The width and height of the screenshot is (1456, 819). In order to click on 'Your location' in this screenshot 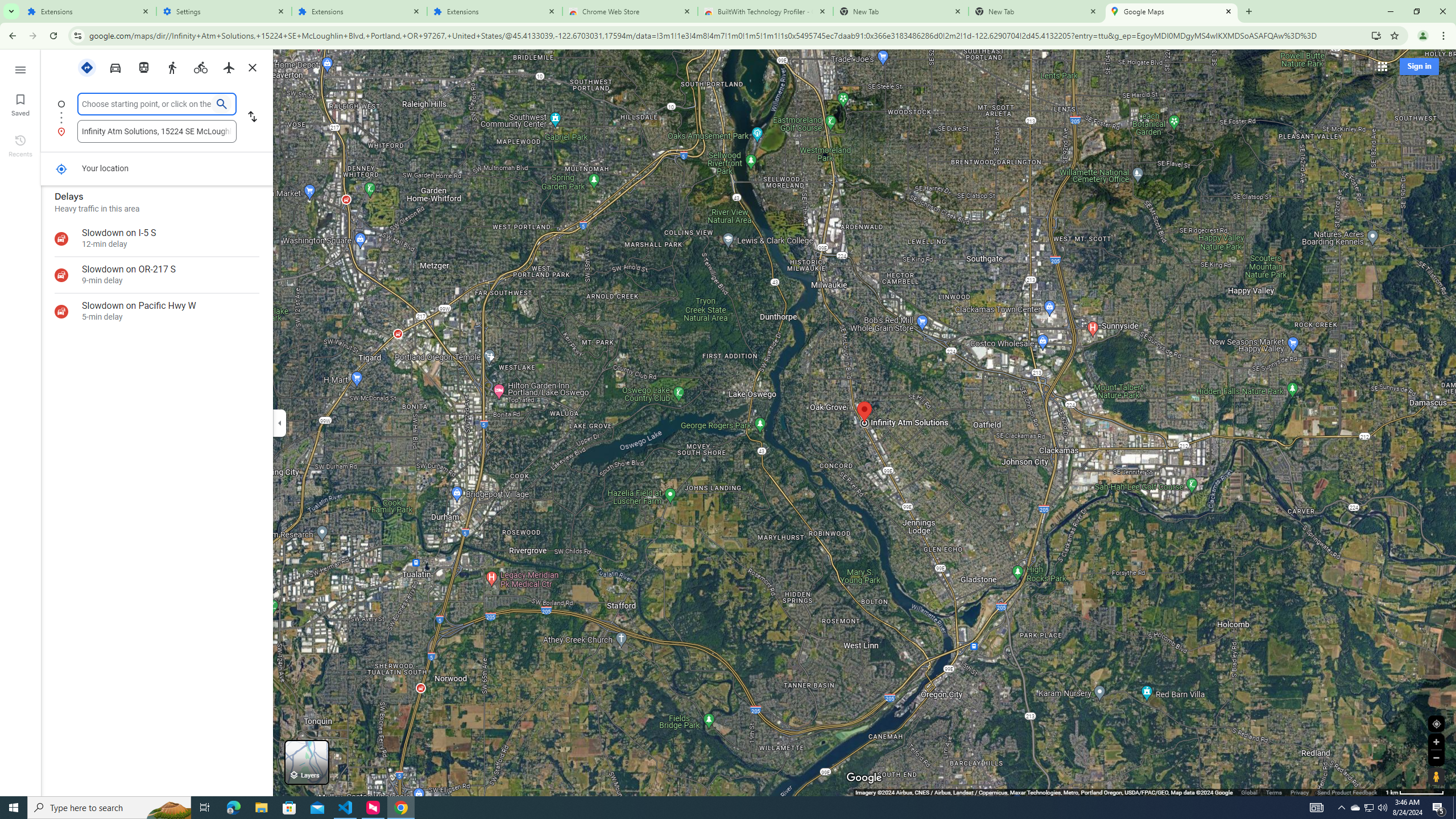, I will do `click(60, 168)`.